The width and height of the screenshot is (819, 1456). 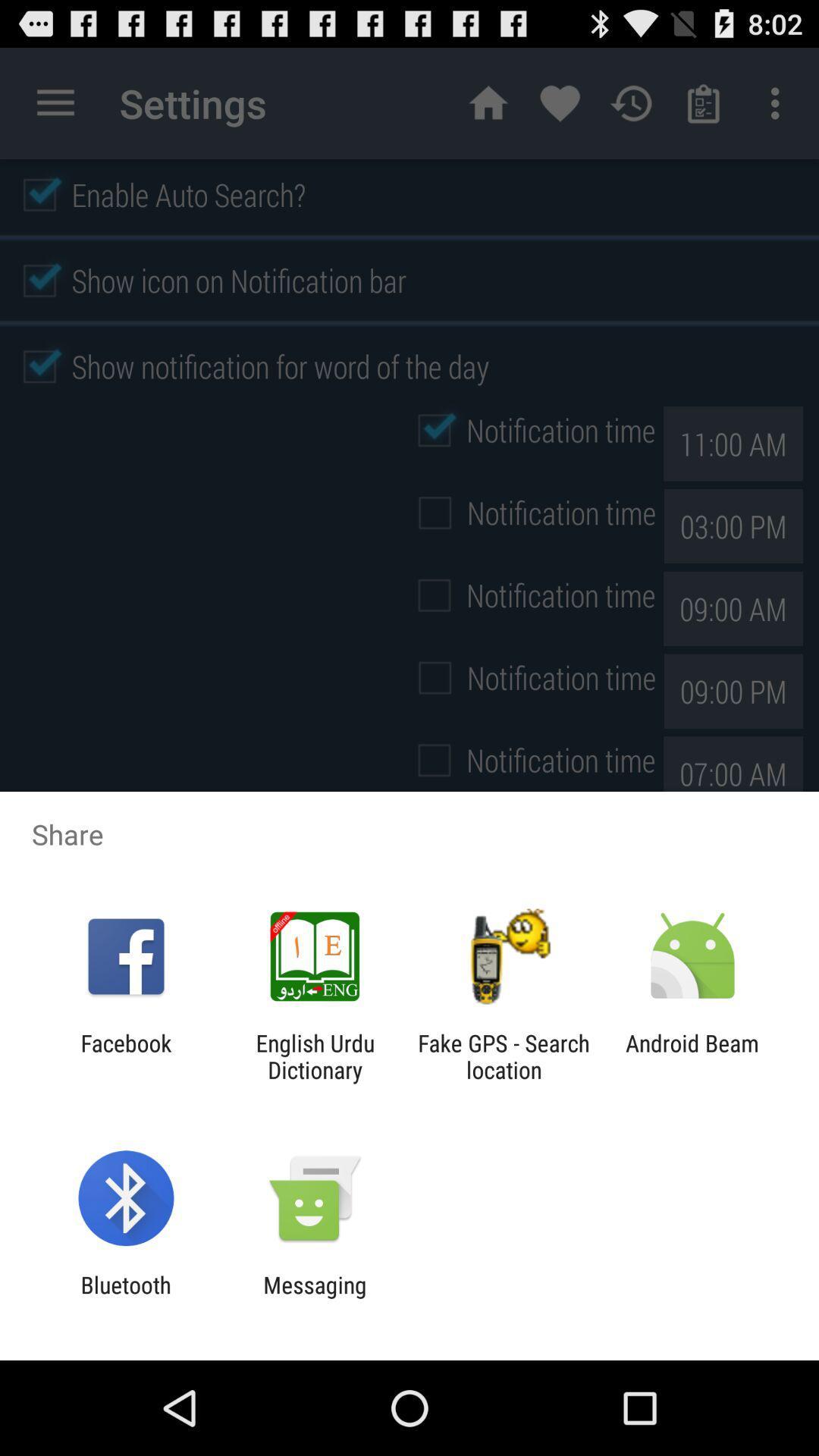 I want to click on icon next to english urdu dictionary, so click(x=504, y=1056).